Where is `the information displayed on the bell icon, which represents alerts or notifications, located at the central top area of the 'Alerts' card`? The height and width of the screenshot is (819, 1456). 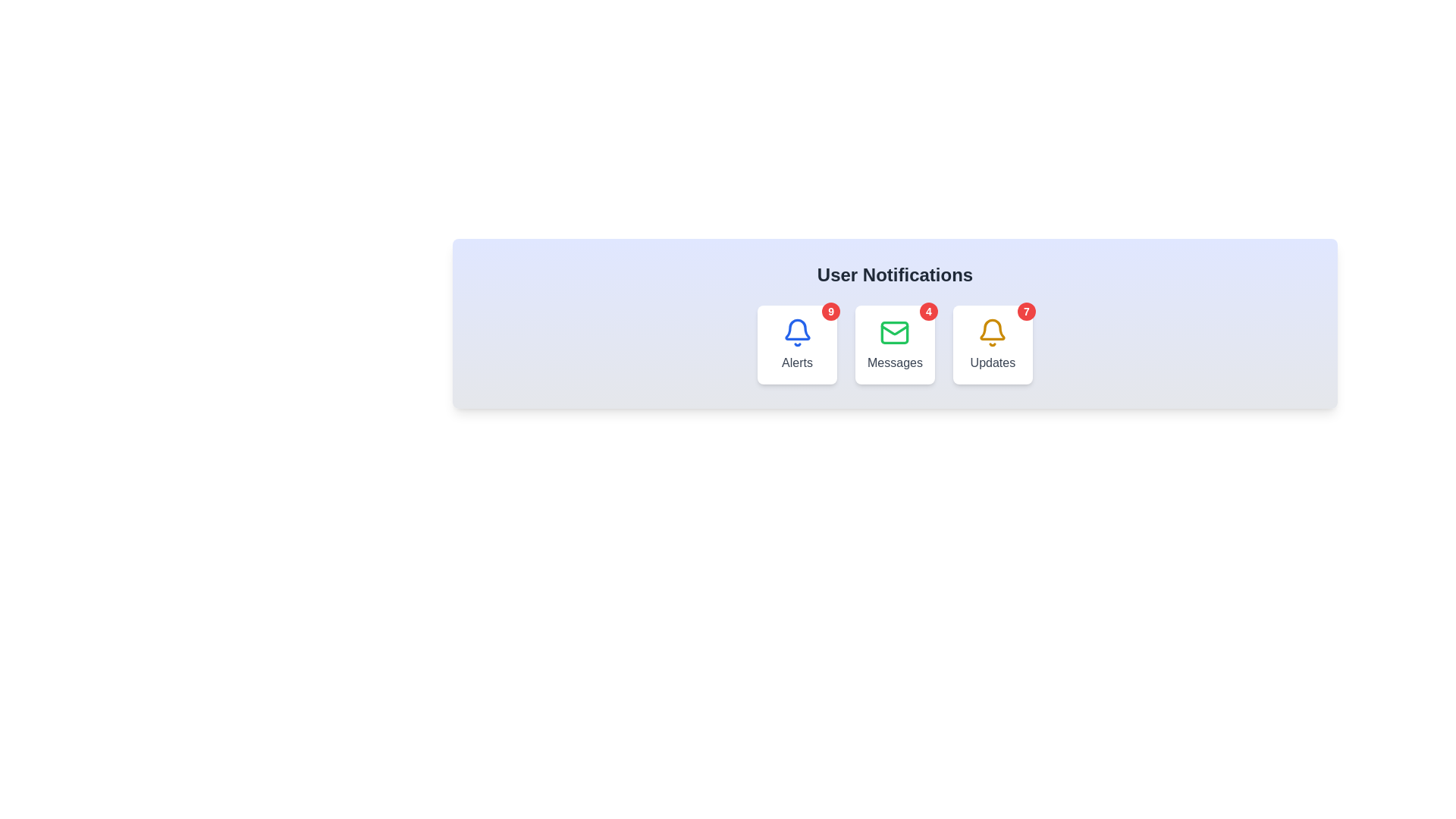
the information displayed on the bell icon, which represents alerts or notifications, located at the central top area of the 'Alerts' card is located at coordinates (796, 332).